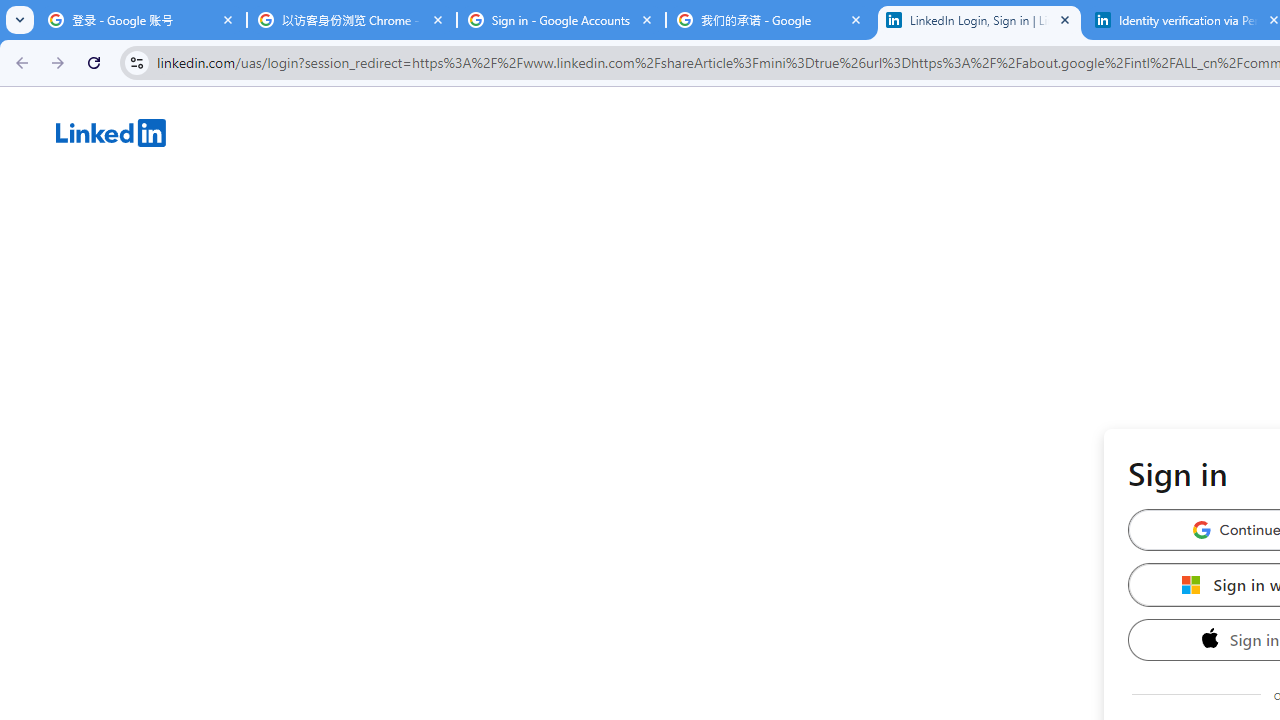  Describe the element at coordinates (560, 20) in the screenshot. I see `'Sign in - Google Accounts'` at that location.